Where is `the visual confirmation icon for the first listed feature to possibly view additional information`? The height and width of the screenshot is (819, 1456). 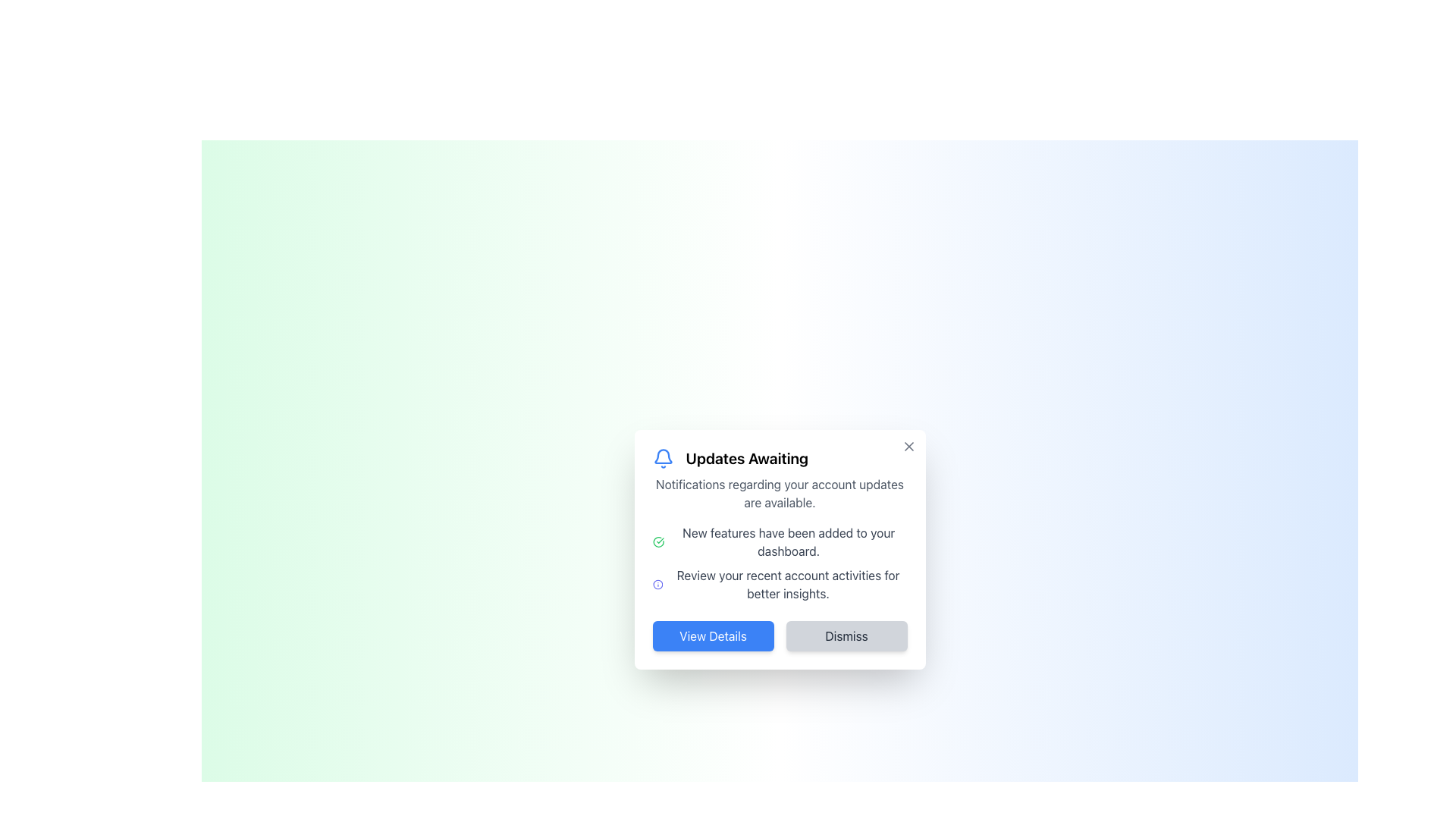 the visual confirmation icon for the first listed feature to possibly view additional information is located at coordinates (658, 541).